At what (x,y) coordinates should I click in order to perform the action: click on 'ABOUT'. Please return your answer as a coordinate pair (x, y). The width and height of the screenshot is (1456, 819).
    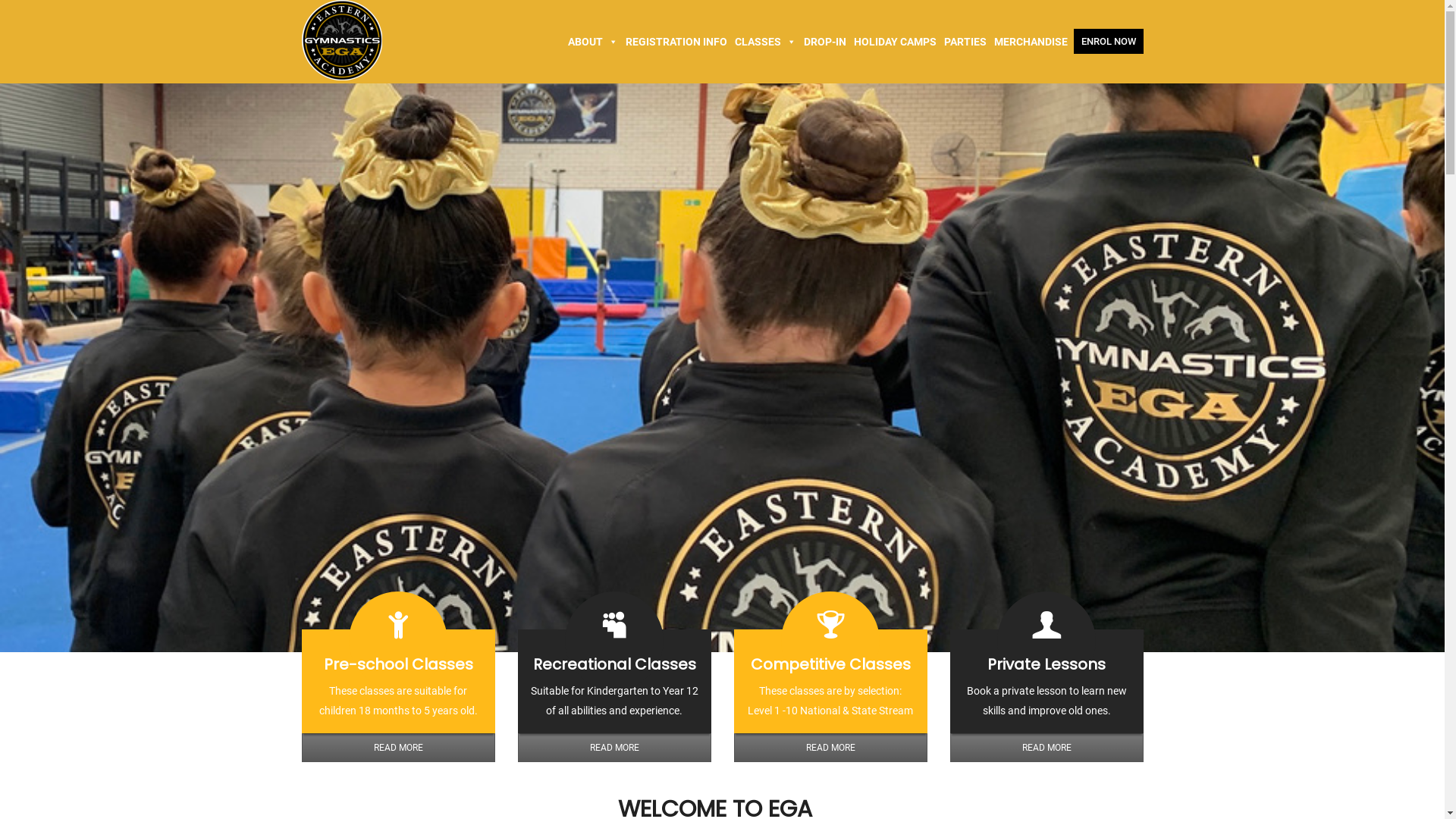
    Looking at the image, I should click on (592, 40).